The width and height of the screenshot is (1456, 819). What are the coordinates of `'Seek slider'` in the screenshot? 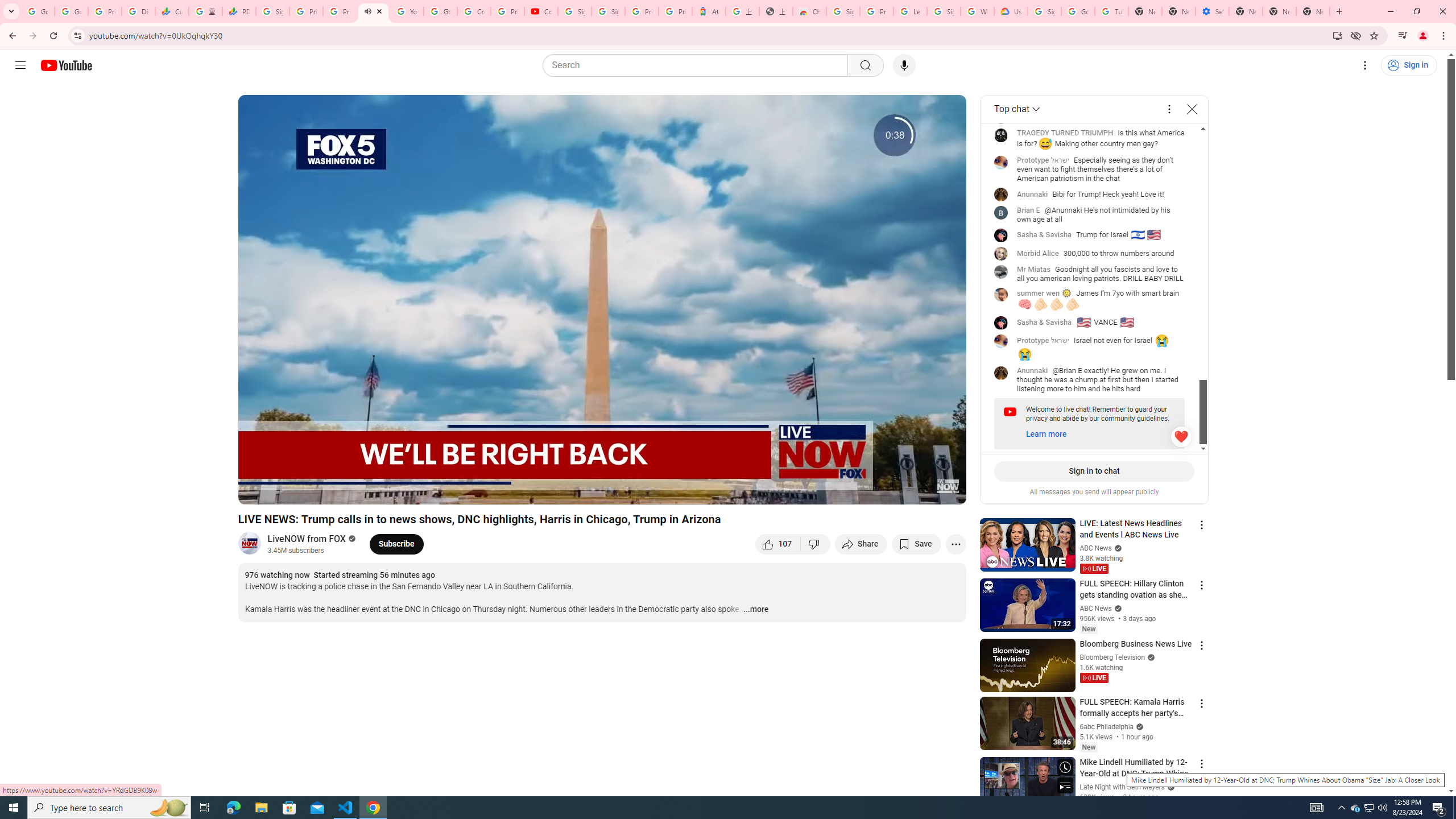 It's located at (601, 475).